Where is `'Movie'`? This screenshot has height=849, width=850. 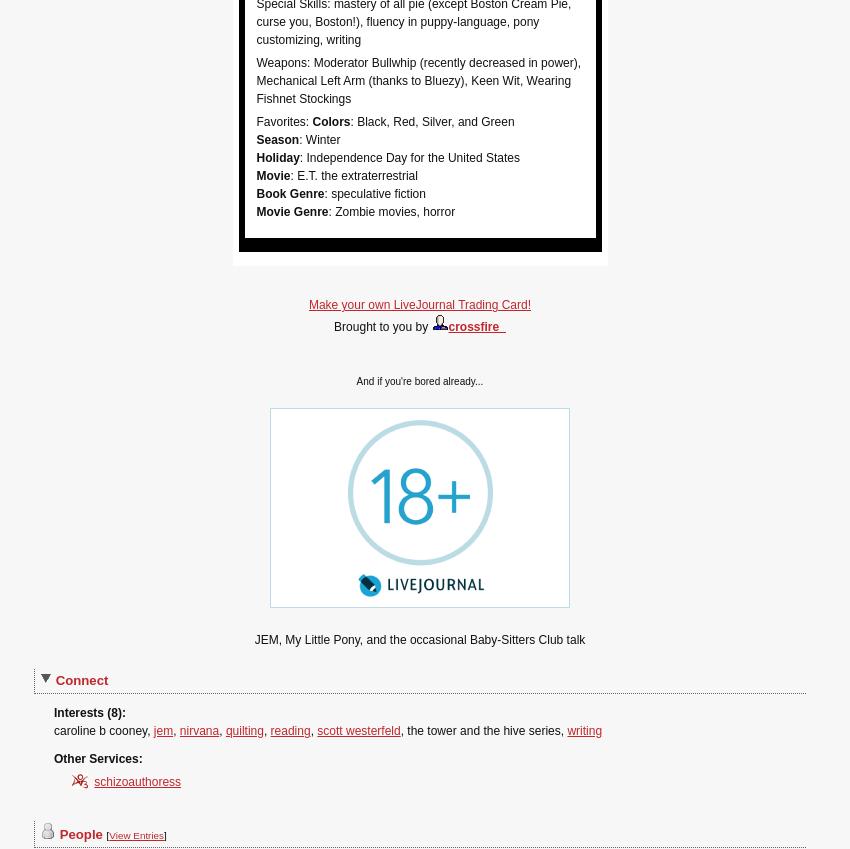
'Movie' is located at coordinates (272, 174).